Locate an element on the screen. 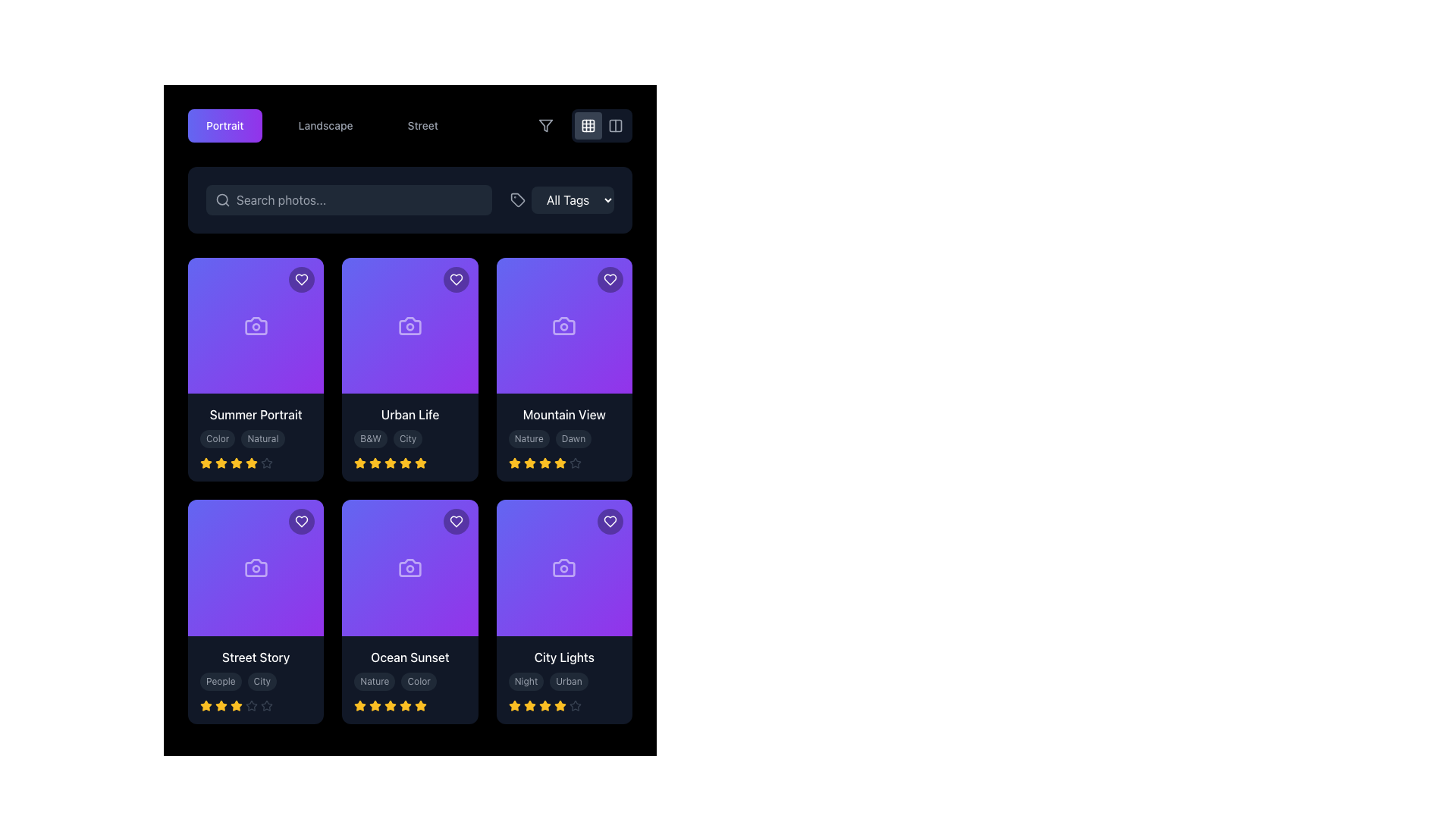 This screenshot has width=1456, height=819. the first selectable visual card is located at coordinates (256, 369).